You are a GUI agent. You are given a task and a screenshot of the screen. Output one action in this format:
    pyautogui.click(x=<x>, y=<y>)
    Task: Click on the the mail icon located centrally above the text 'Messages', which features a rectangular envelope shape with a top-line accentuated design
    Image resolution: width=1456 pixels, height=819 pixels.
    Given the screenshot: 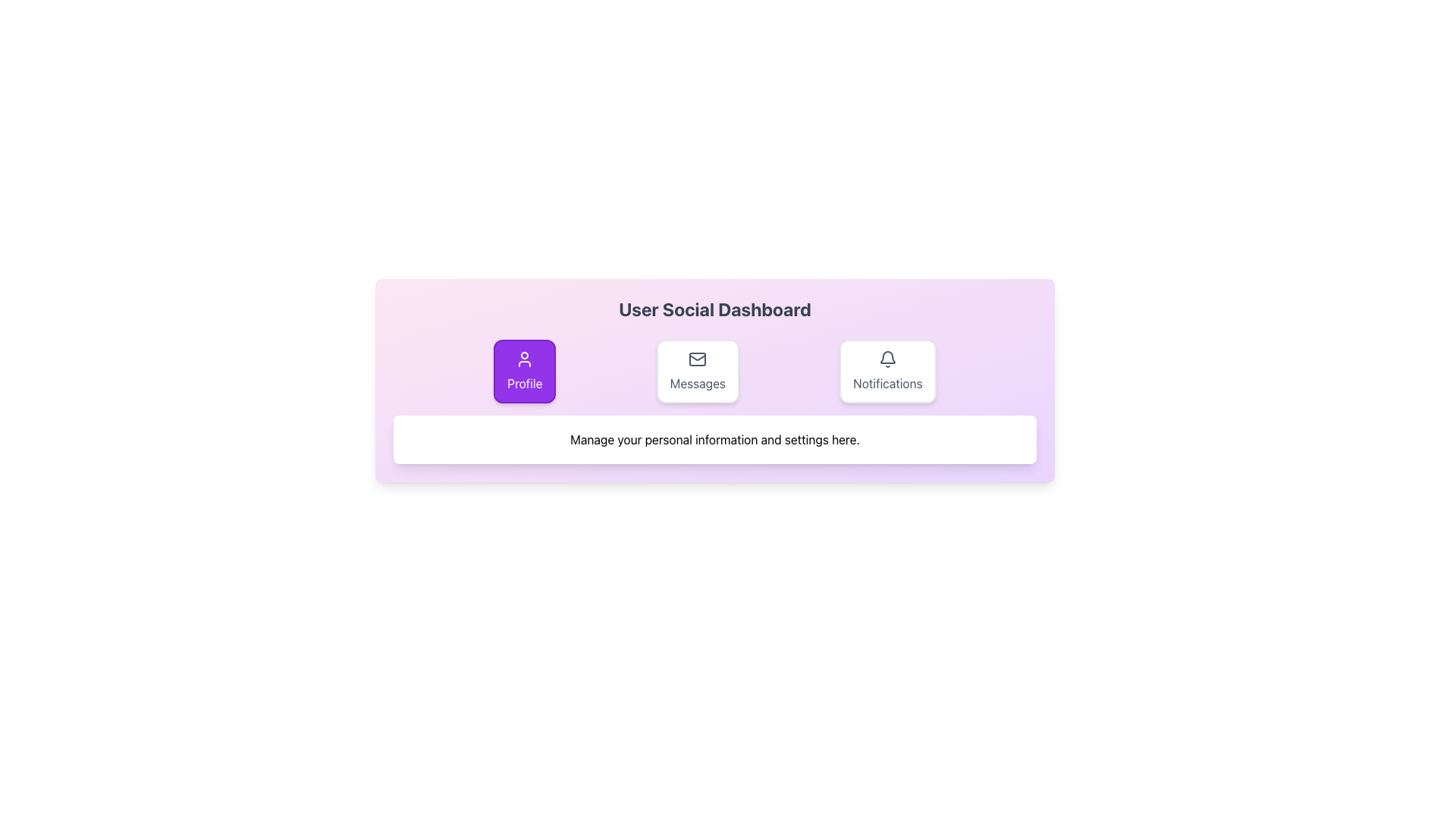 What is the action you would take?
    pyautogui.click(x=697, y=359)
    